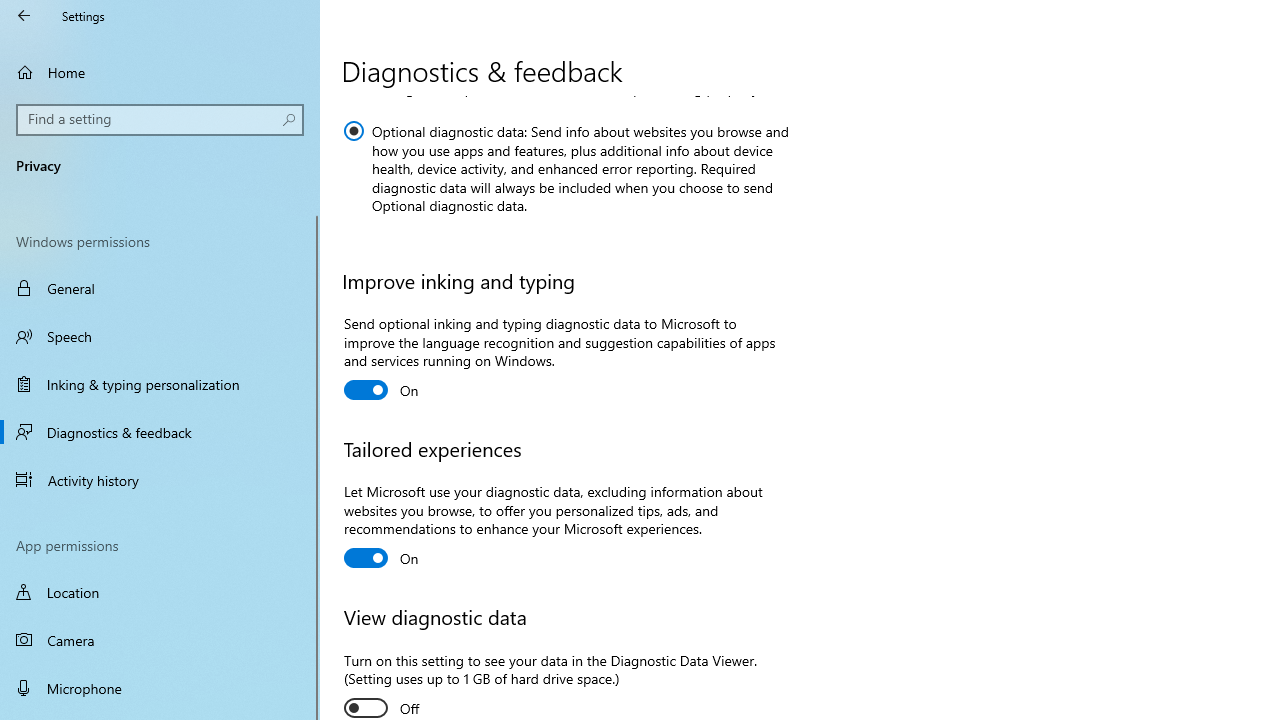  What do you see at coordinates (160, 384) in the screenshot?
I see `'Inking & typing personalization'` at bounding box center [160, 384].